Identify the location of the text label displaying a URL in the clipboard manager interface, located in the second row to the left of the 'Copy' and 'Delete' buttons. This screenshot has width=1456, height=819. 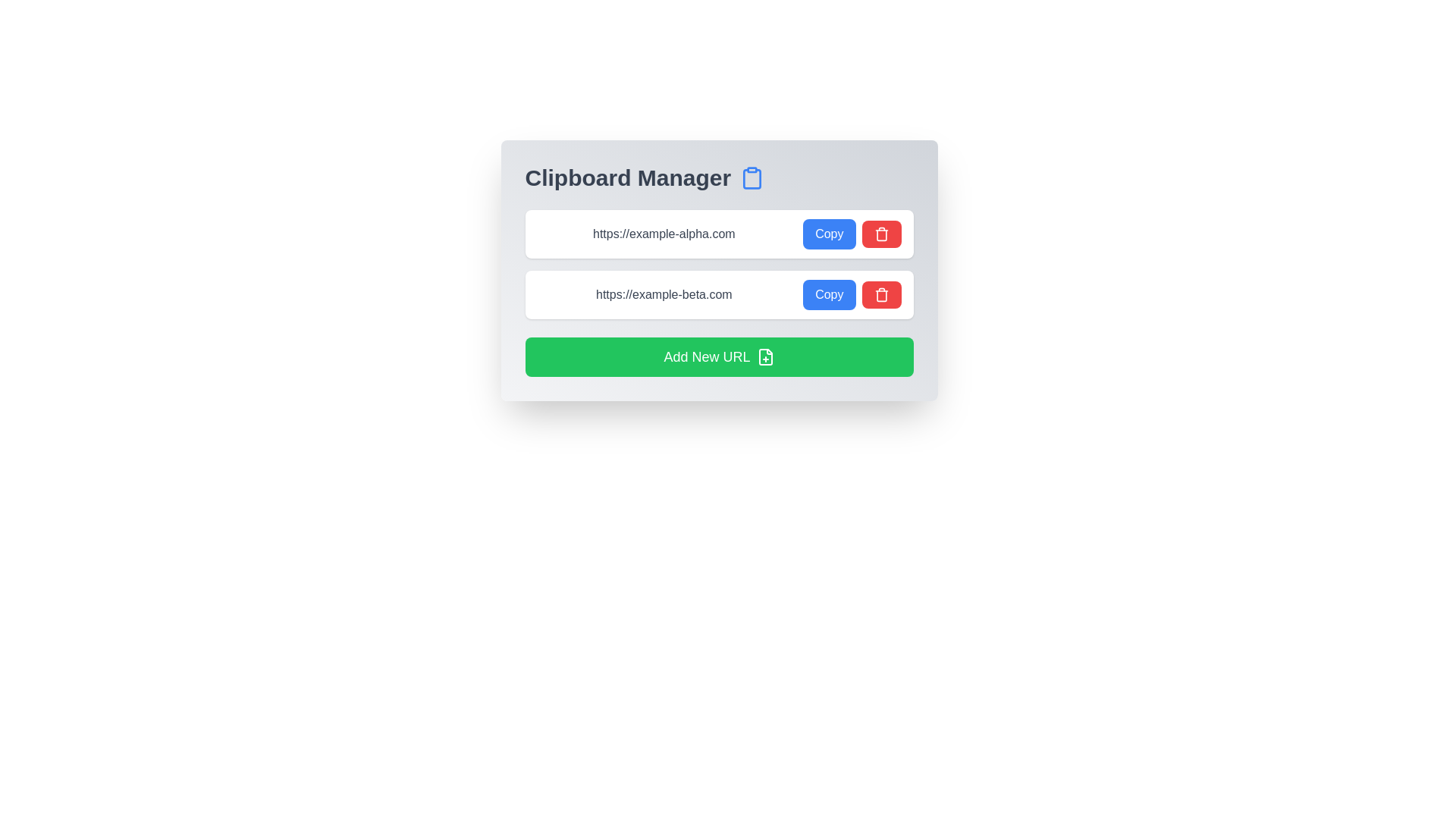
(664, 295).